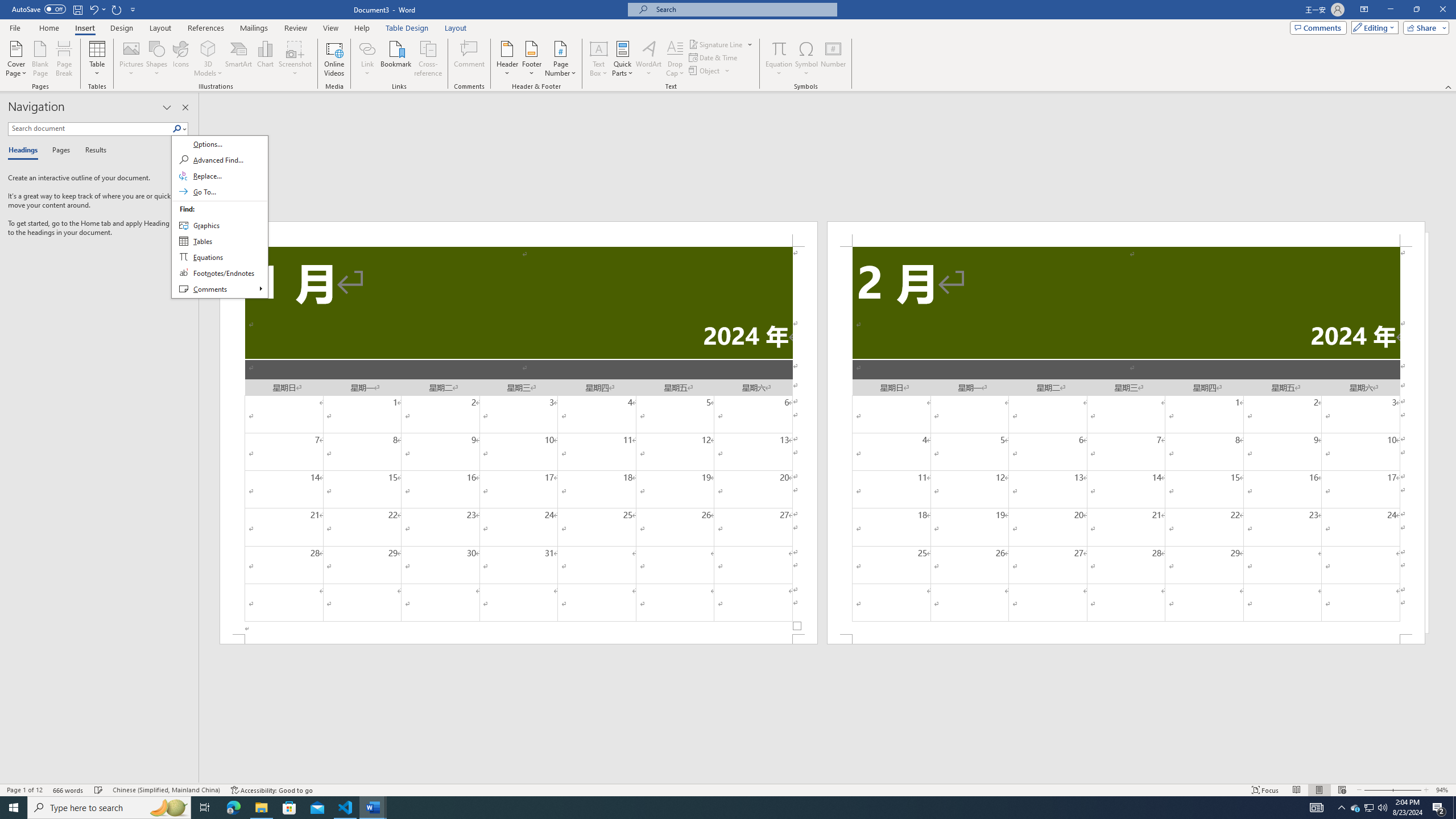  Describe the element at coordinates (157, 59) in the screenshot. I see `'Shapes'` at that location.